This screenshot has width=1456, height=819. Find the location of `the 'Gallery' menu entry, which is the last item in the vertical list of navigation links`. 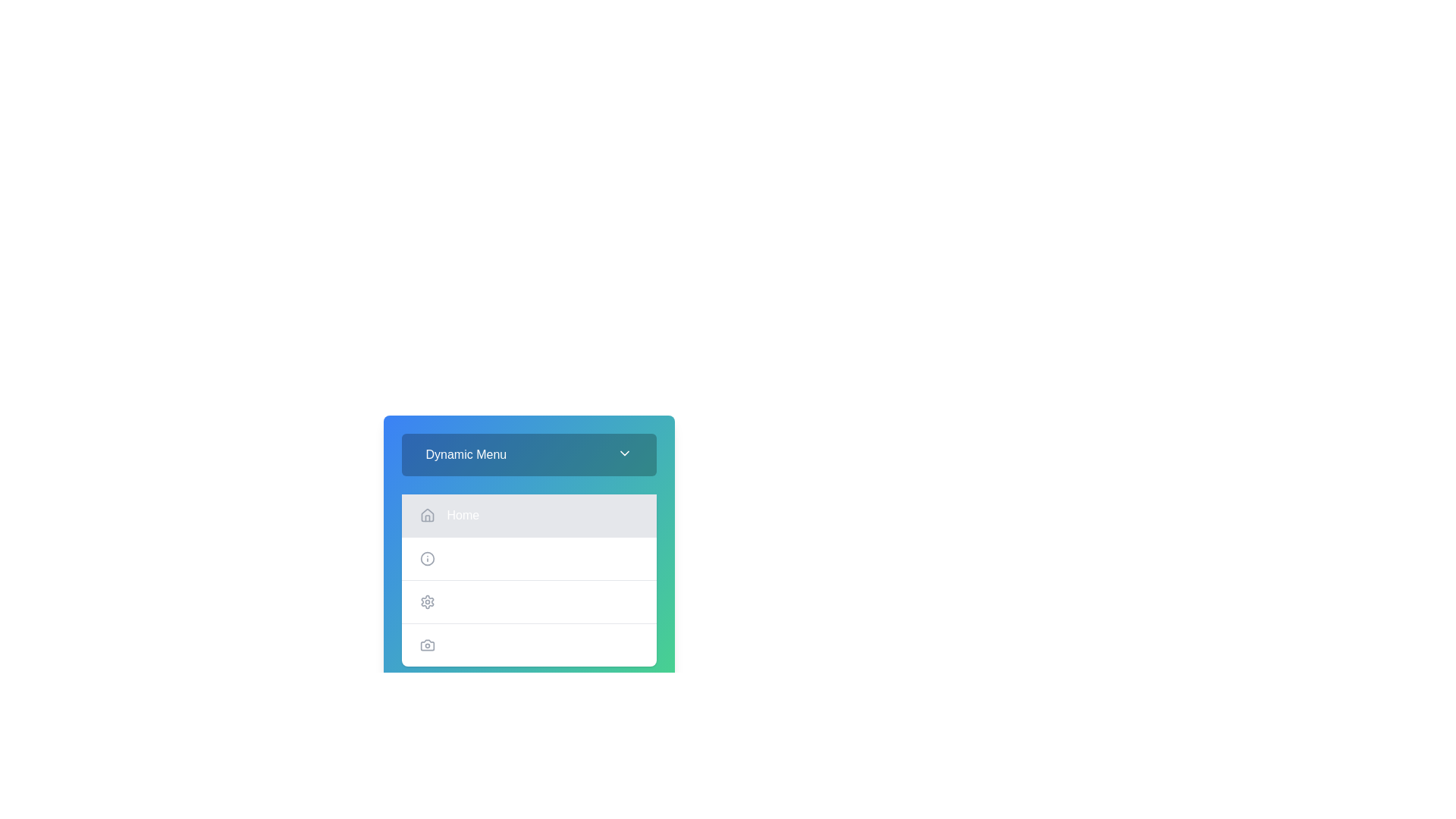

the 'Gallery' menu entry, which is the last item in the vertical list of navigation links is located at coordinates (529, 645).